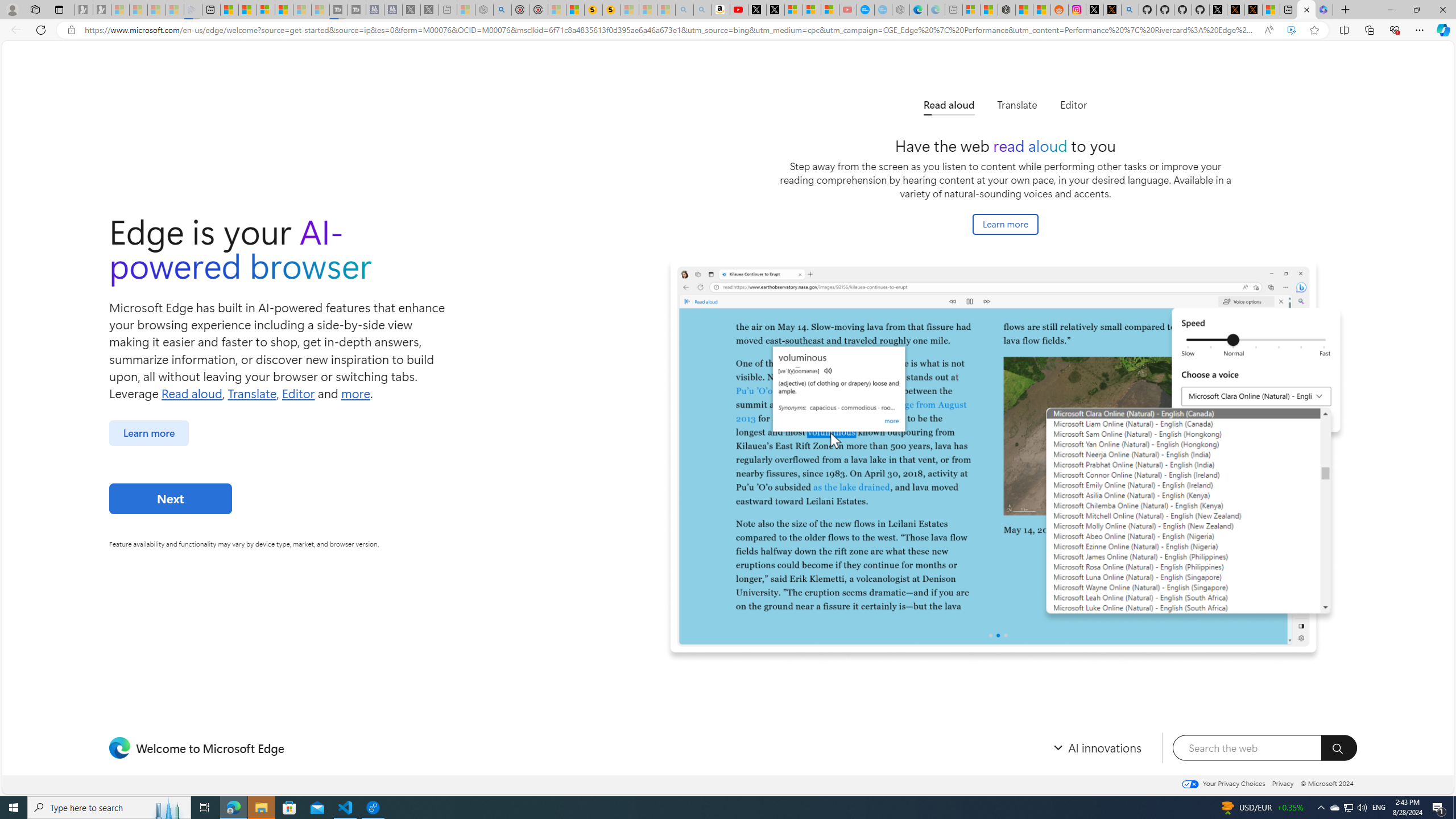 The image size is (1456, 819). I want to click on 'X - Sleeping', so click(429, 9).